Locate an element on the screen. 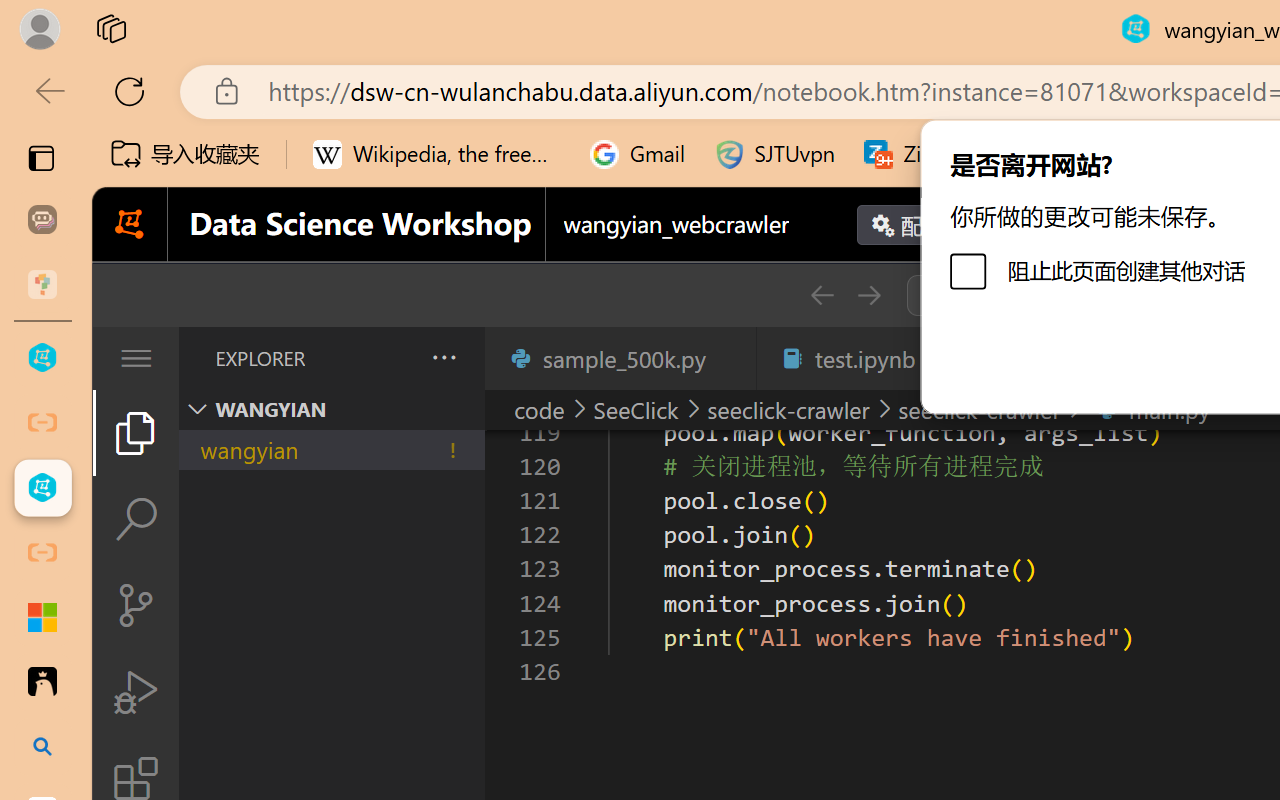 Image resolution: width=1280 pixels, height=800 pixels. 'Views and More Actions...' is located at coordinates (441, 357).